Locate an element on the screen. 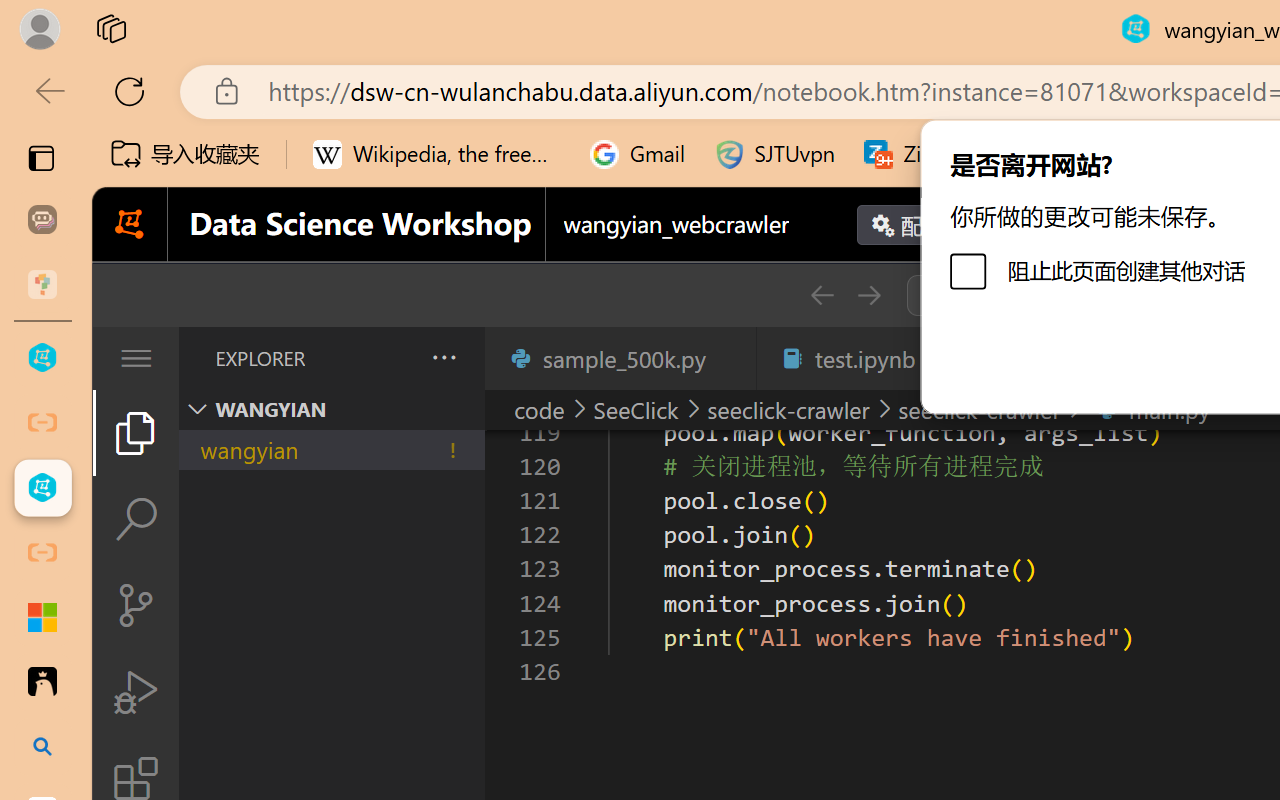 Image resolution: width=1280 pixels, height=800 pixels. 'Views and More Actions...' is located at coordinates (441, 357).